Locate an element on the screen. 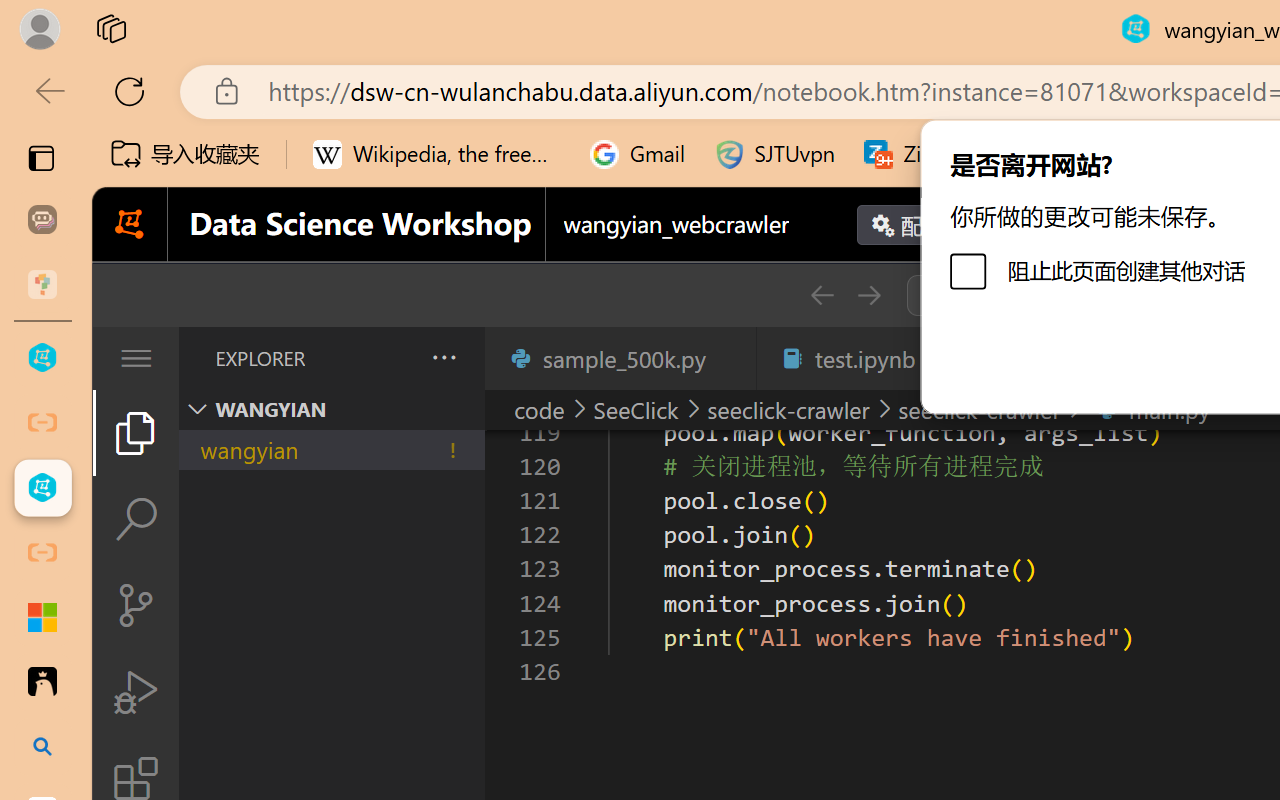 Image resolution: width=1280 pixels, height=800 pixels. 'Views and More Actions...' is located at coordinates (441, 357).